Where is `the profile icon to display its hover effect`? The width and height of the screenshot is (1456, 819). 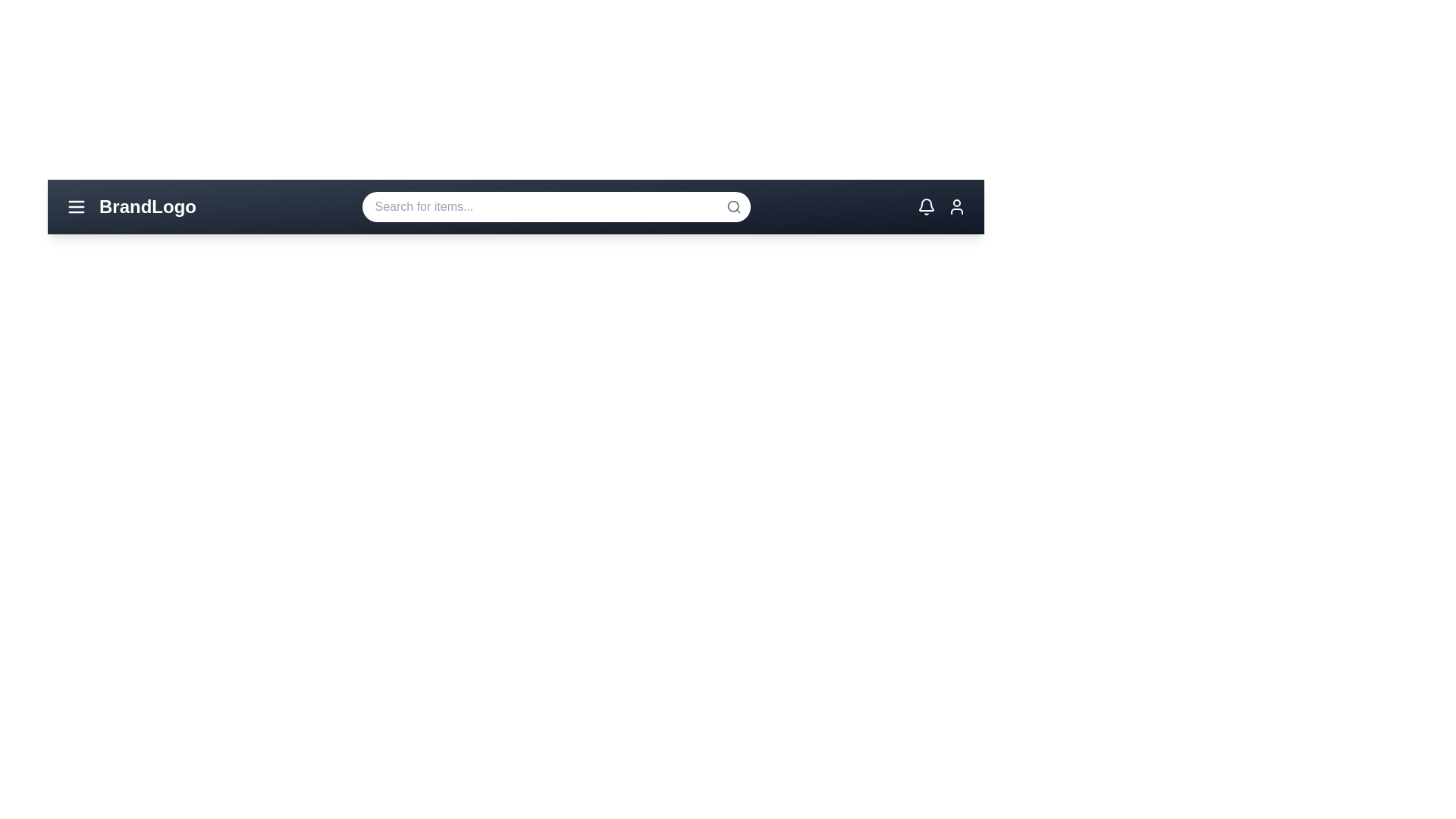 the profile icon to display its hover effect is located at coordinates (956, 207).